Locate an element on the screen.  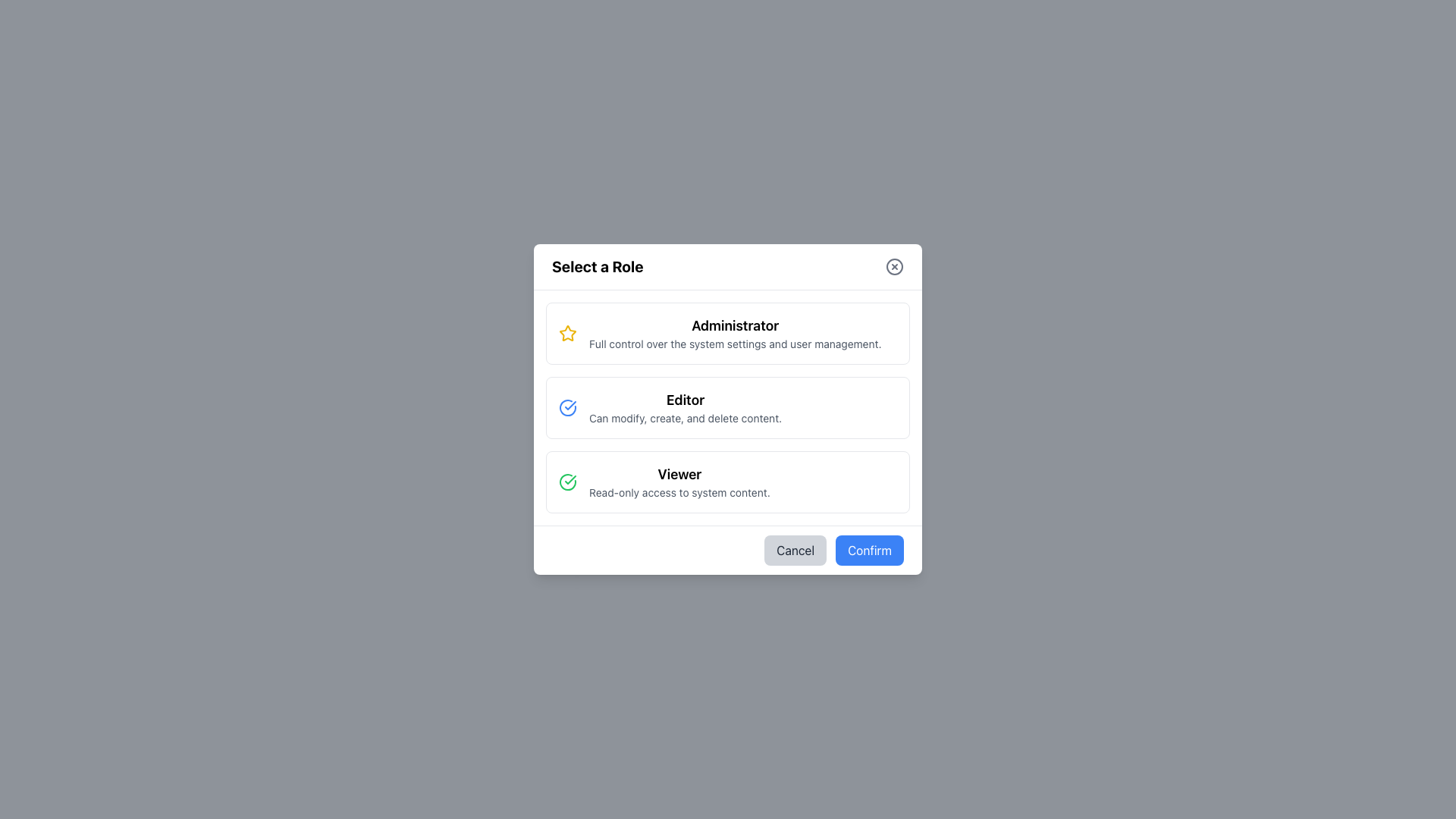
the 'Cancel' button located at the bottom-right section of the form interface, which is the first button from the left is located at coordinates (795, 550).